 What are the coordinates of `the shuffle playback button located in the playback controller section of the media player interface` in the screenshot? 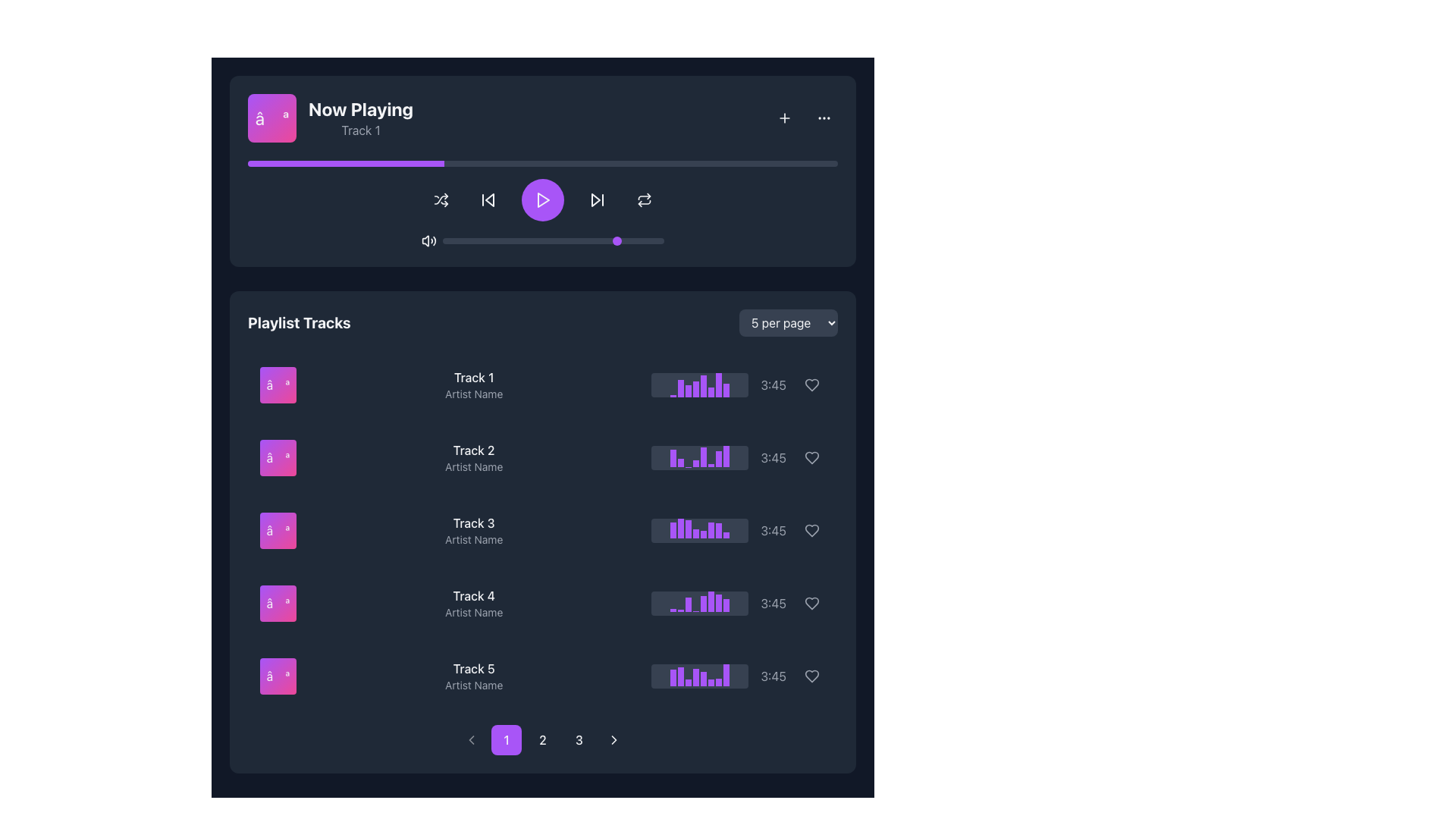 It's located at (440, 199).